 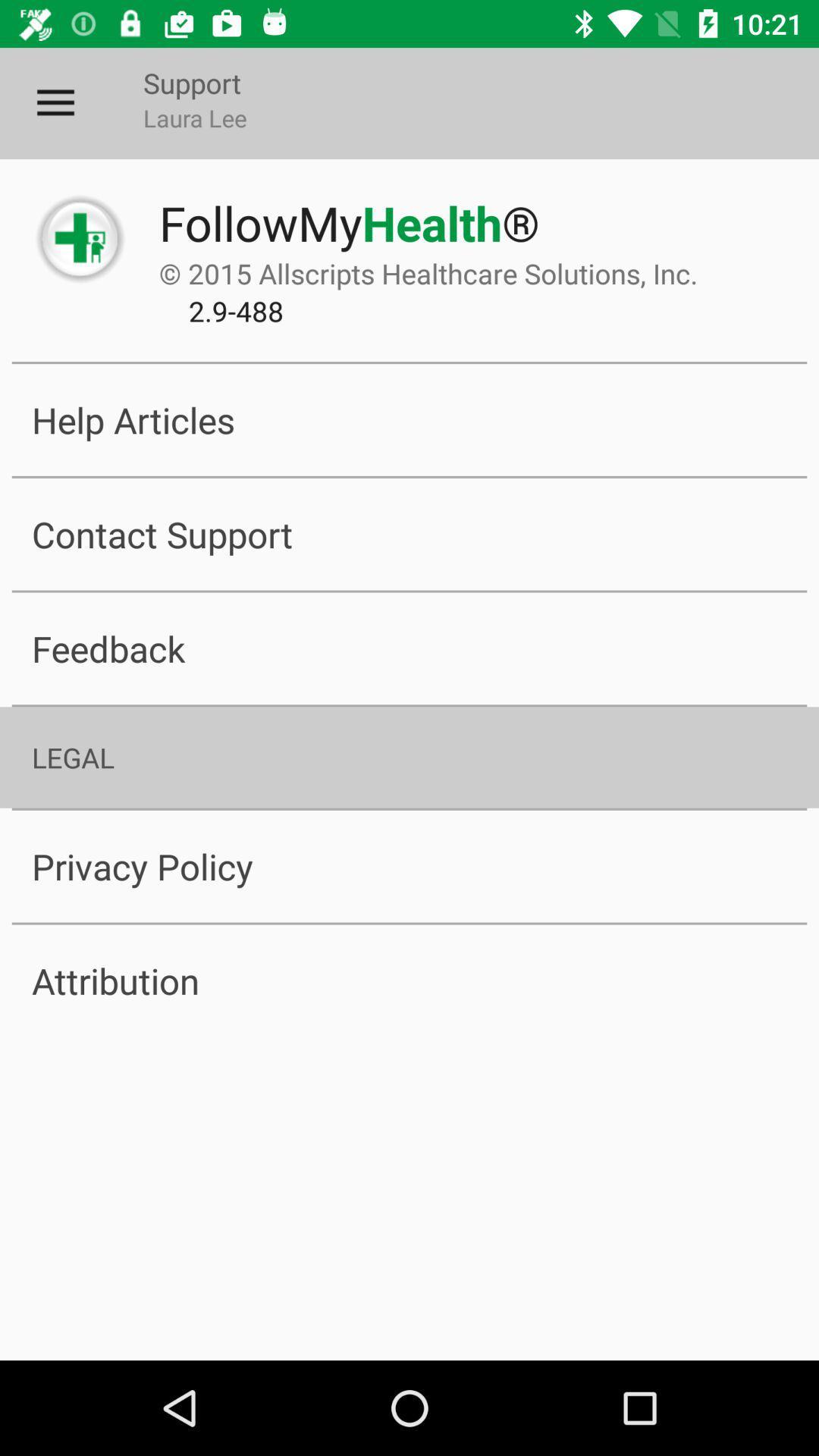 What do you see at coordinates (409, 534) in the screenshot?
I see `the item above the feedback item` at bounding box center [409, 534].